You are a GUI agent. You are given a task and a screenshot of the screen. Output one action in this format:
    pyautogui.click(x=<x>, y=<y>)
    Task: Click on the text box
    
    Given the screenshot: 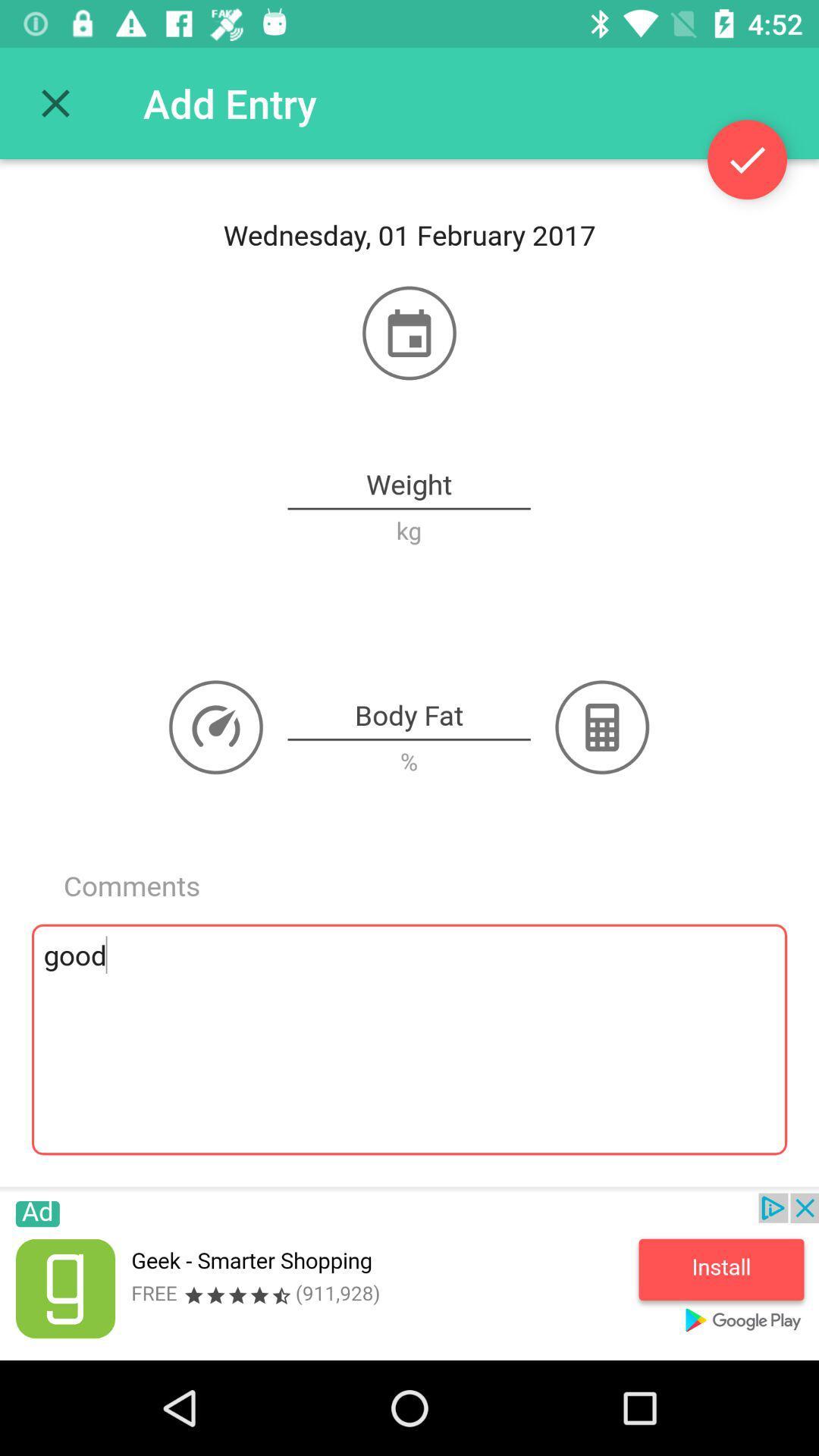 What is the action you would take?
    pyautogui.click(x=408, y=716)
    